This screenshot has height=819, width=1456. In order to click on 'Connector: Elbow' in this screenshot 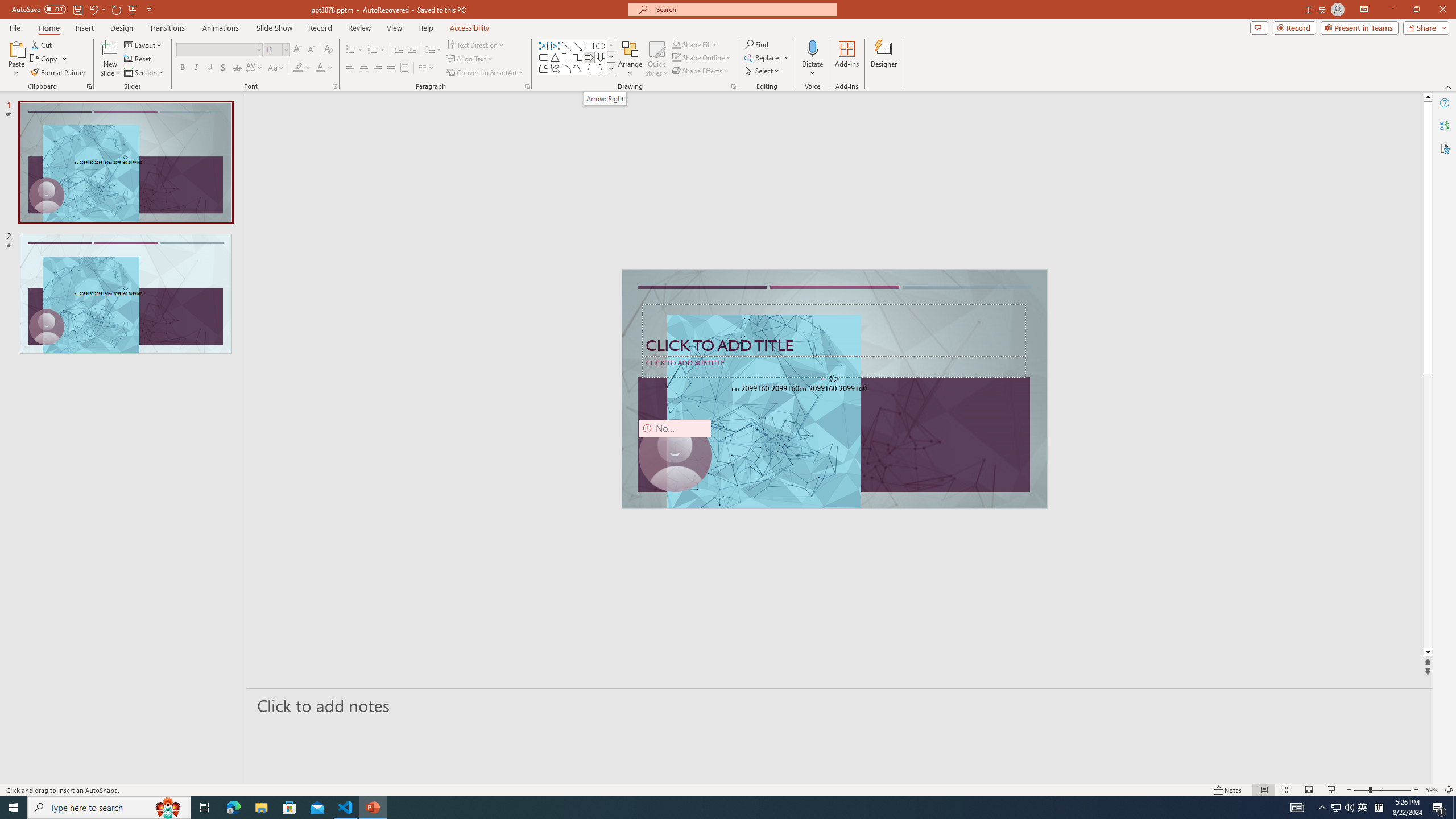, I will do `click(565, 56)`.